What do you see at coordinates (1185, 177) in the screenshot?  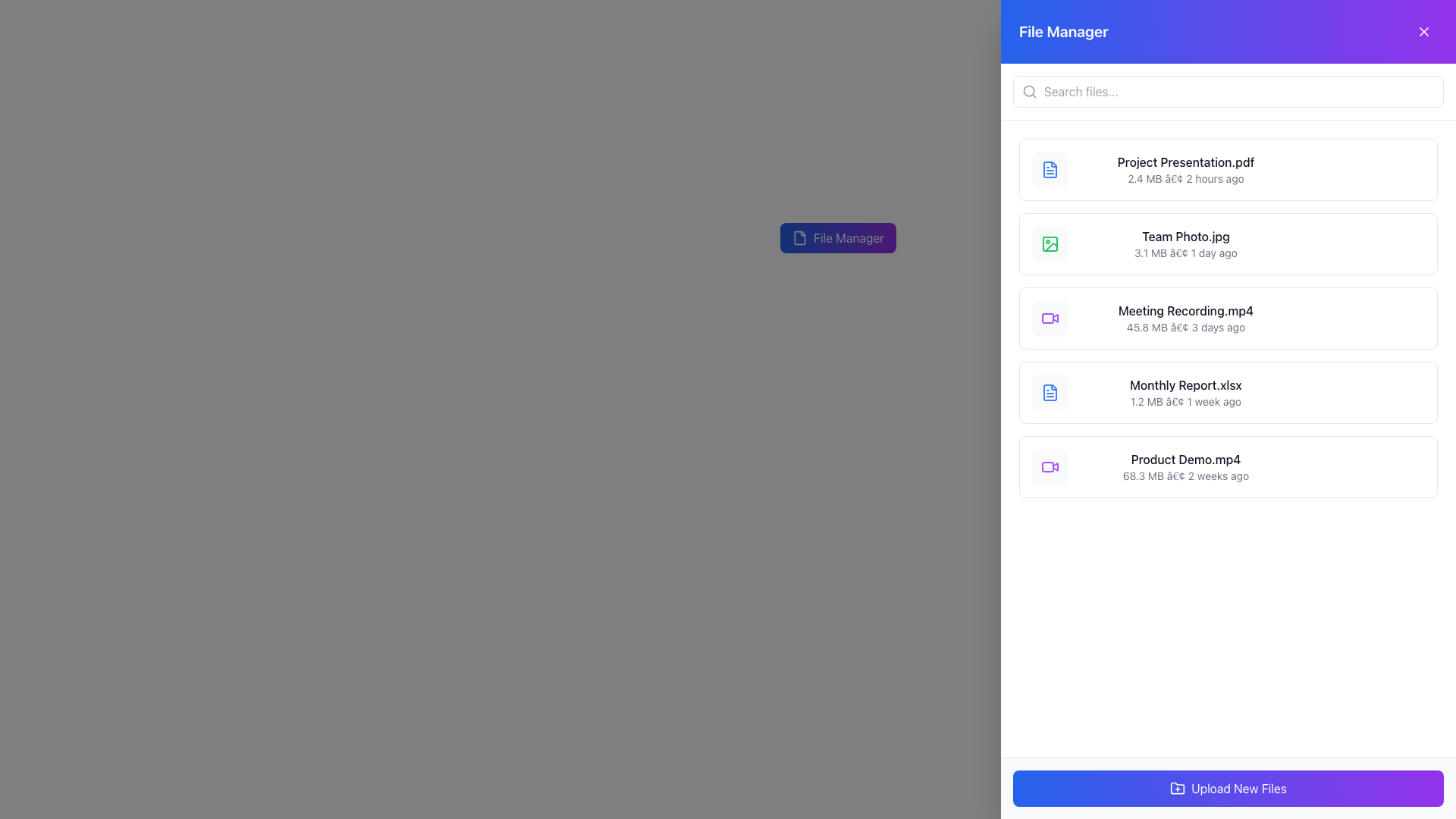 I see `the text label displaying file details, which reads '2.4 MB â€¢ 2 hours ago', located directly below the title 'Project Presentation.pdf'` at bounding box center [1185, 177].